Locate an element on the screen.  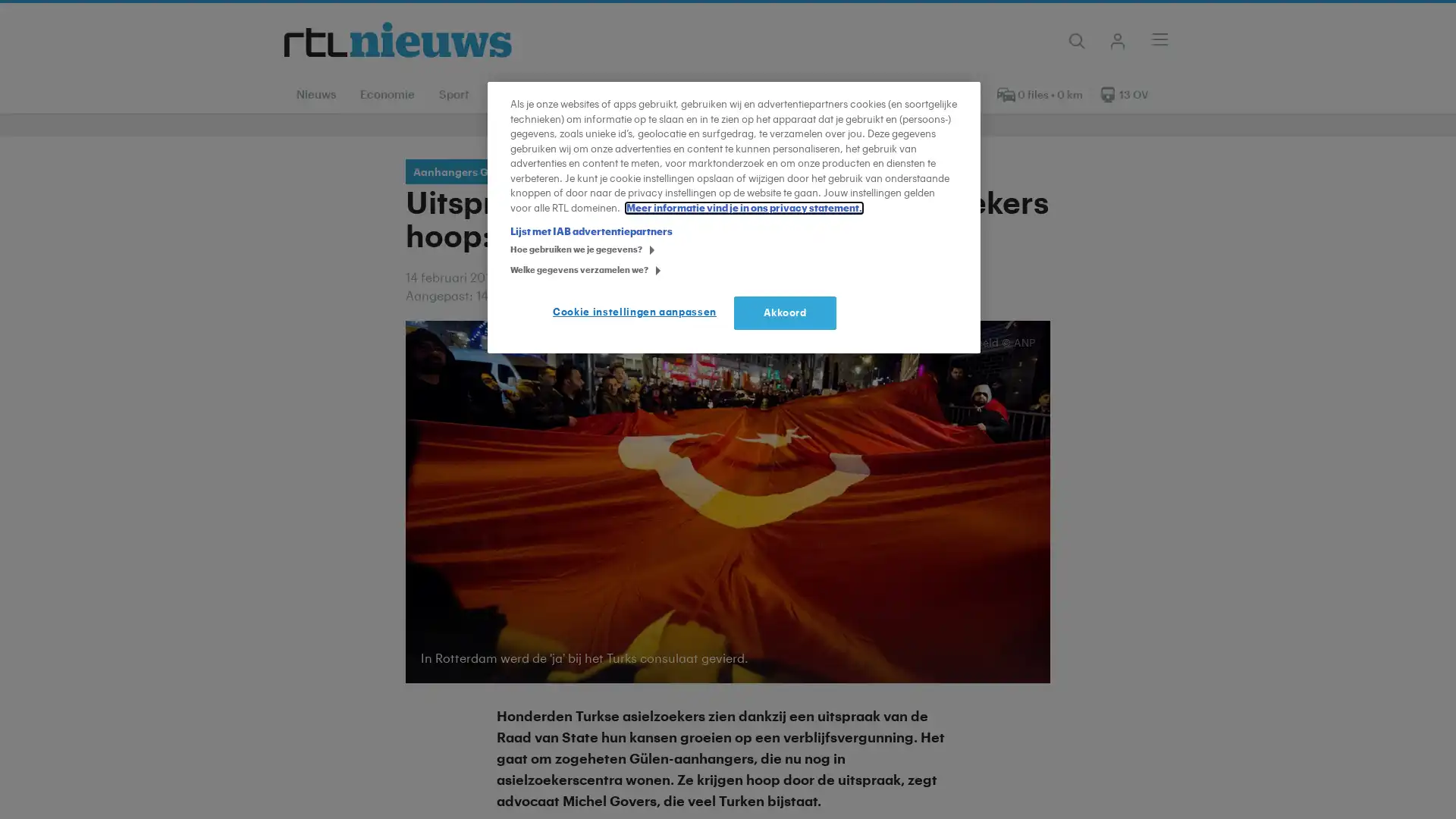
Cookie instellingen aanpassen is located at coordinates (638, 312).